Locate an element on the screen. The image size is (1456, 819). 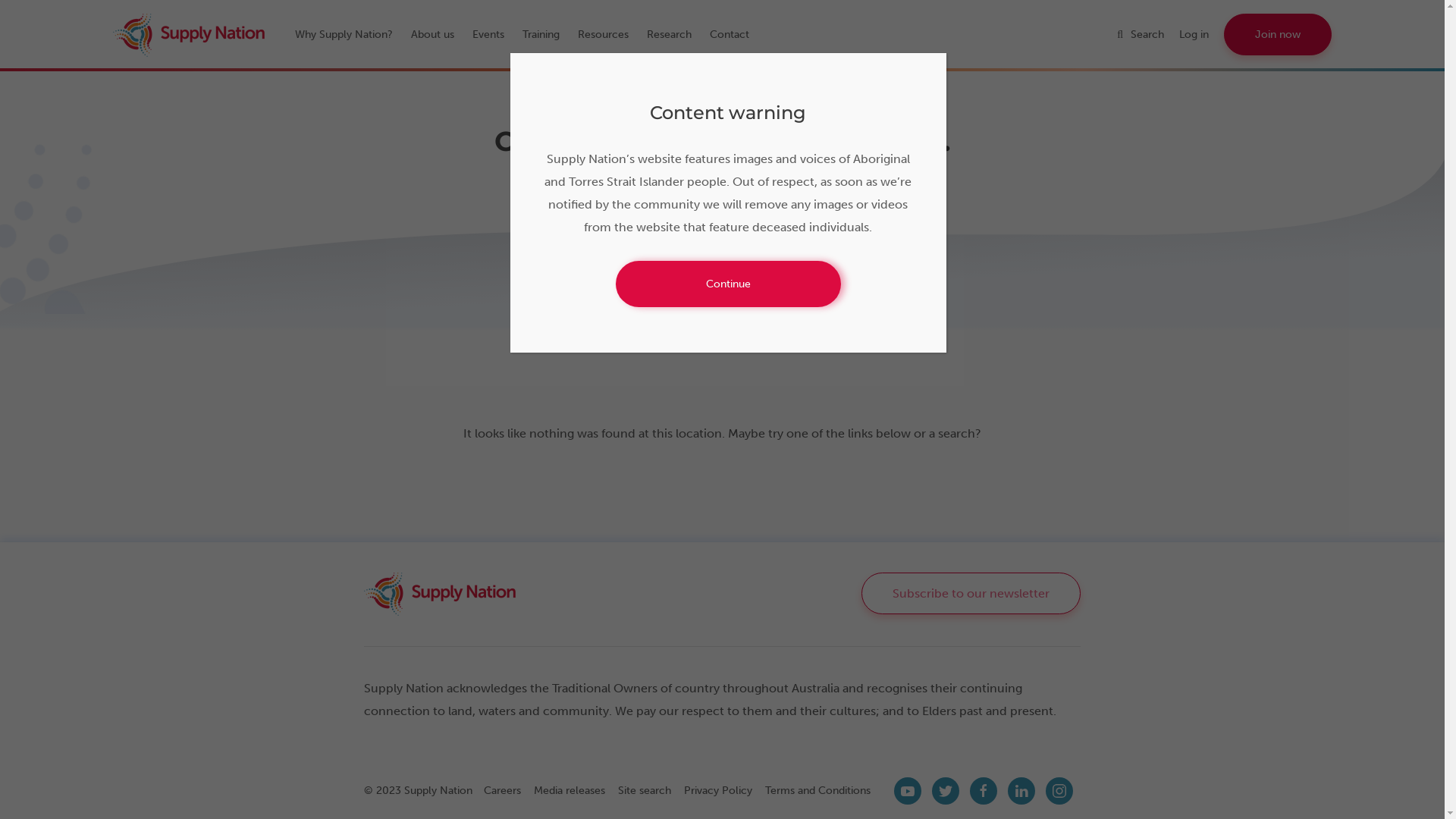
'Continue' is located at coordinates (728, 284).